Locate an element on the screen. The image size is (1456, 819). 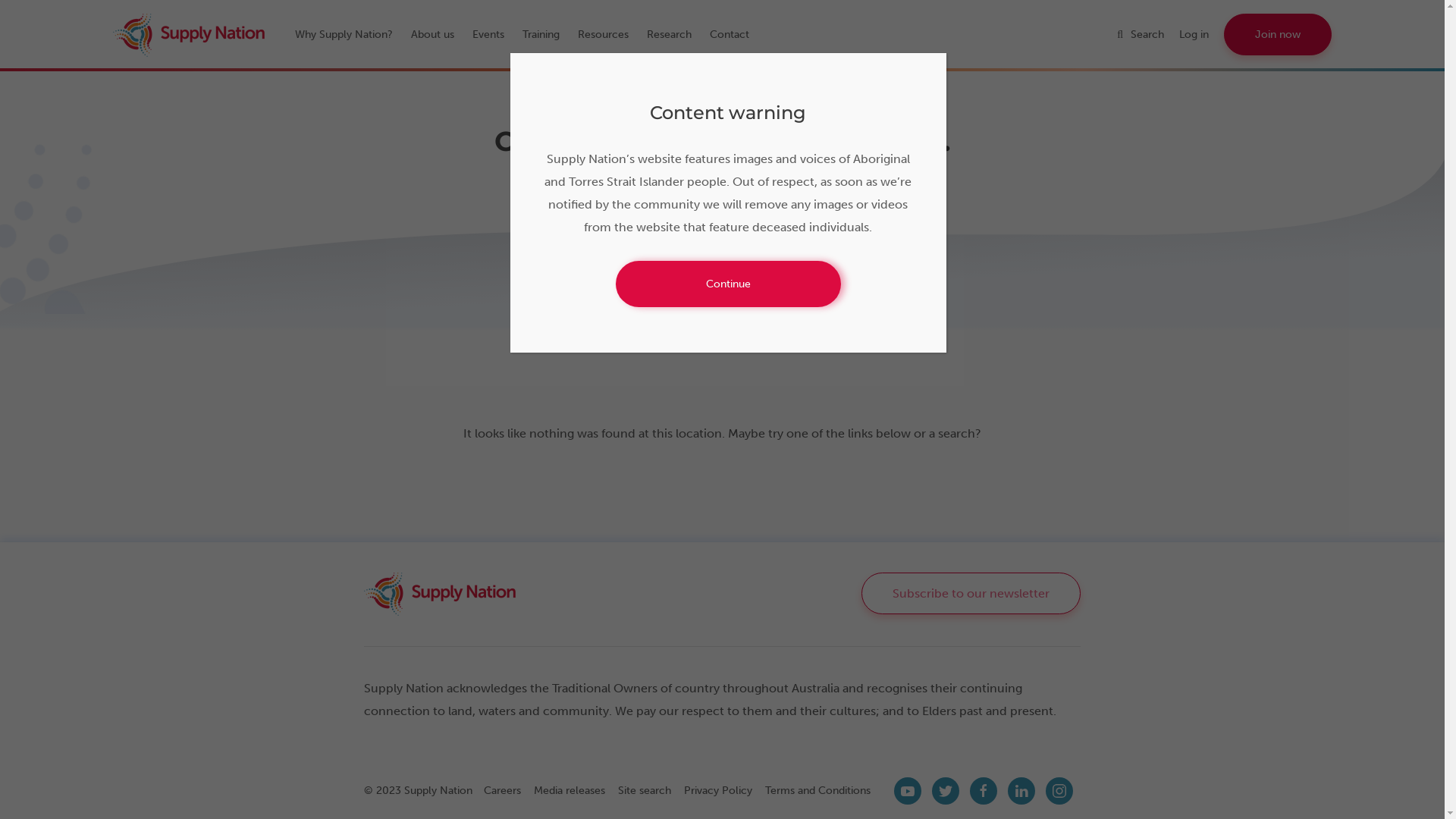
'Continue' is located at coordinates (728, 284).